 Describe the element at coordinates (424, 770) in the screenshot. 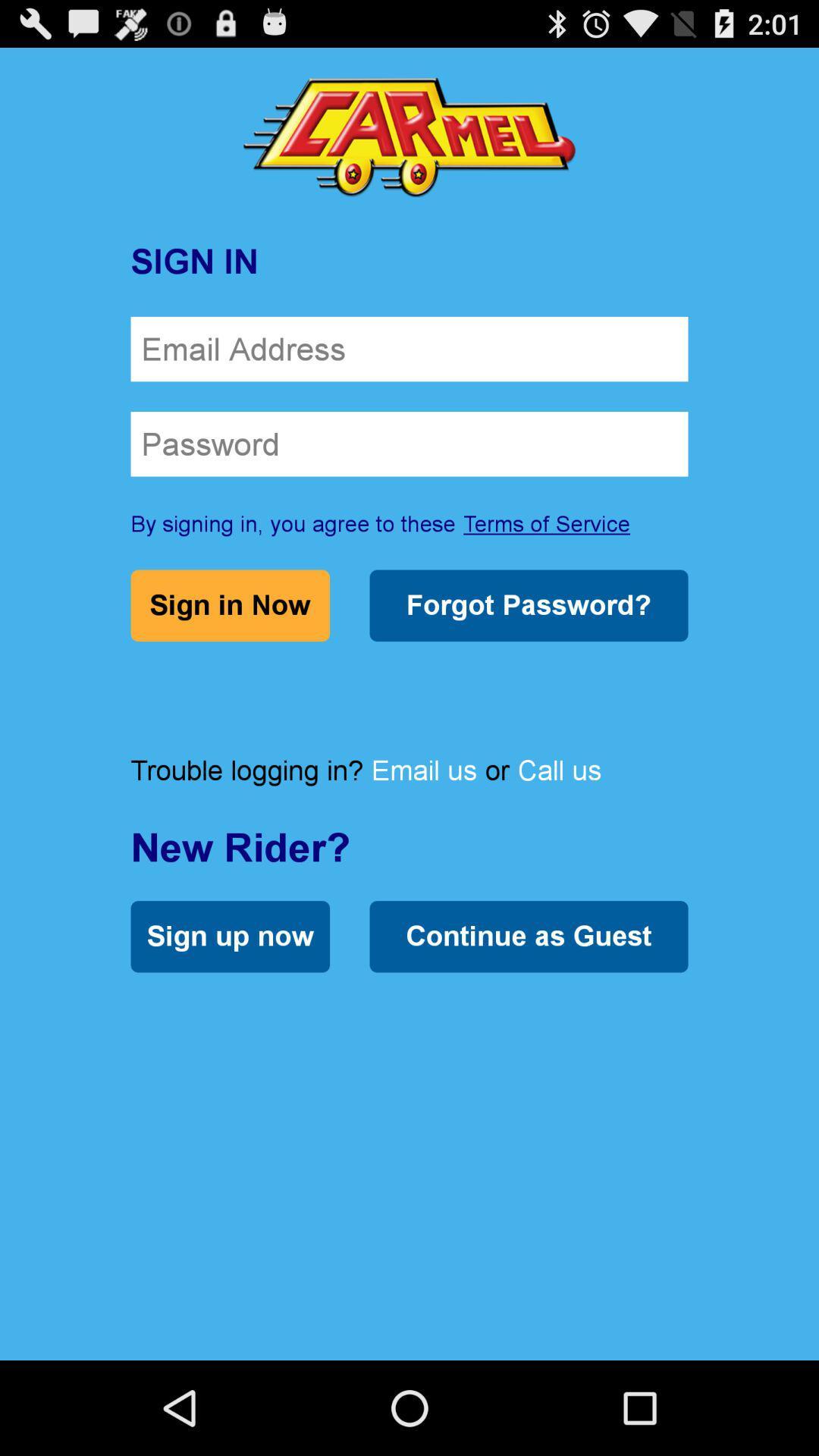

I see `the item to the right of the trouble logging in? item` at that location.